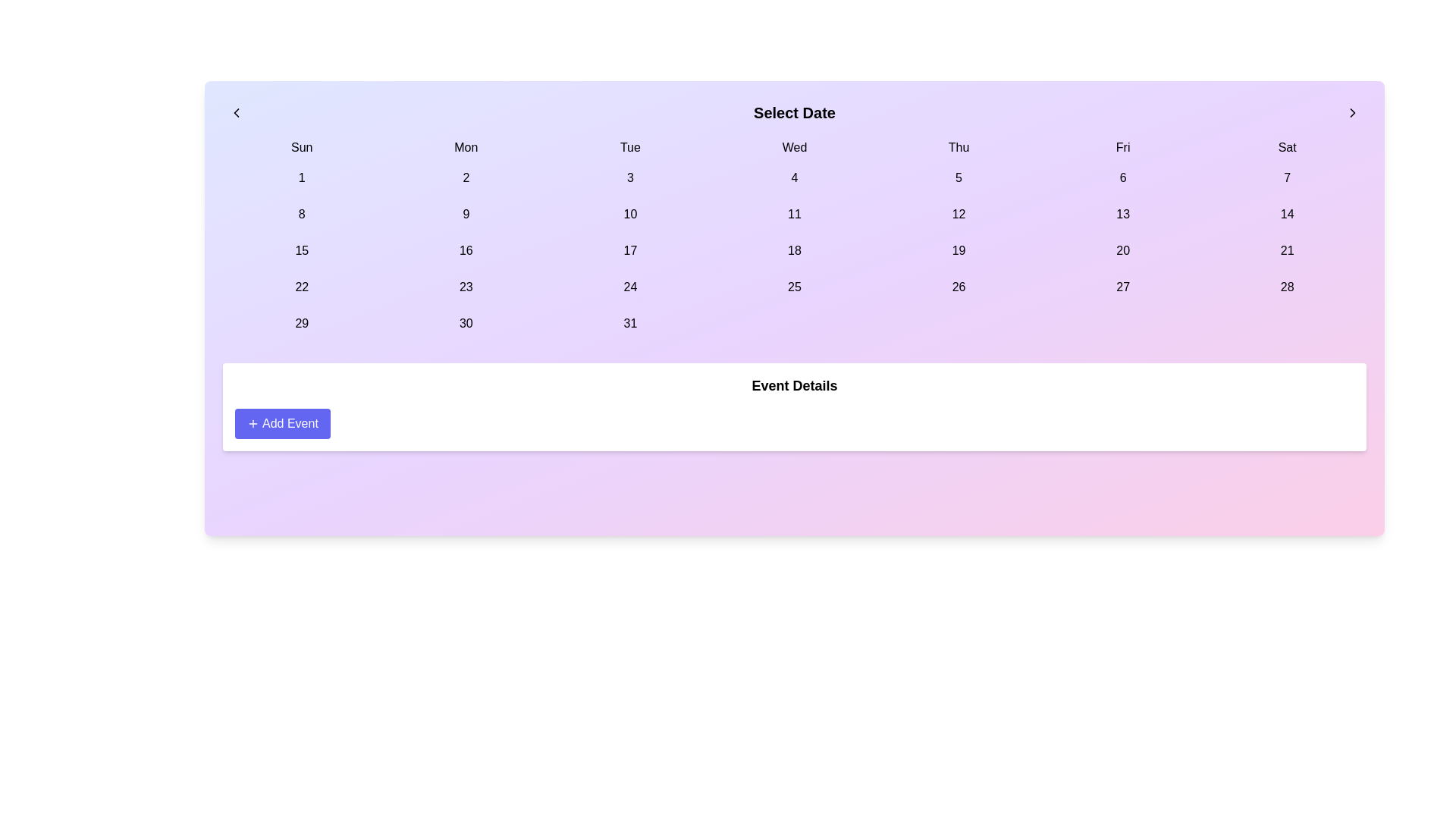 Image resolution: width=1456 pixels, height=819 pixels. I want to click on the selectable date button for the '1st' day of the month in the calendar UI, located under the 'Sun' header, so click(302, 177).